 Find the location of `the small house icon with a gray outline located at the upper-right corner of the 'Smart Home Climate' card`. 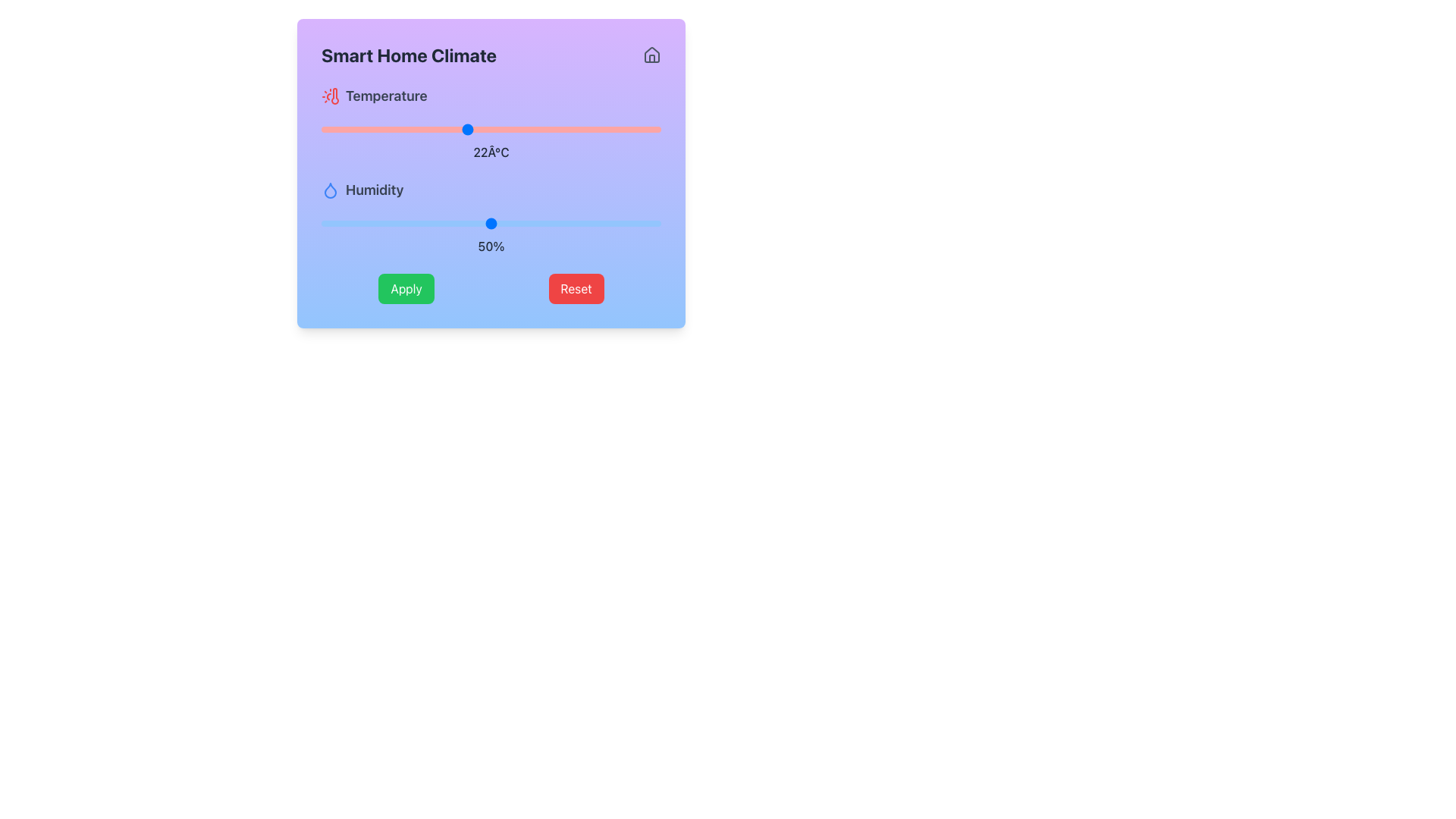

the small house icon with a gray outline located at the upper-right corner of the 'Smart Home Climate' card is located at coordinates (651, 55).